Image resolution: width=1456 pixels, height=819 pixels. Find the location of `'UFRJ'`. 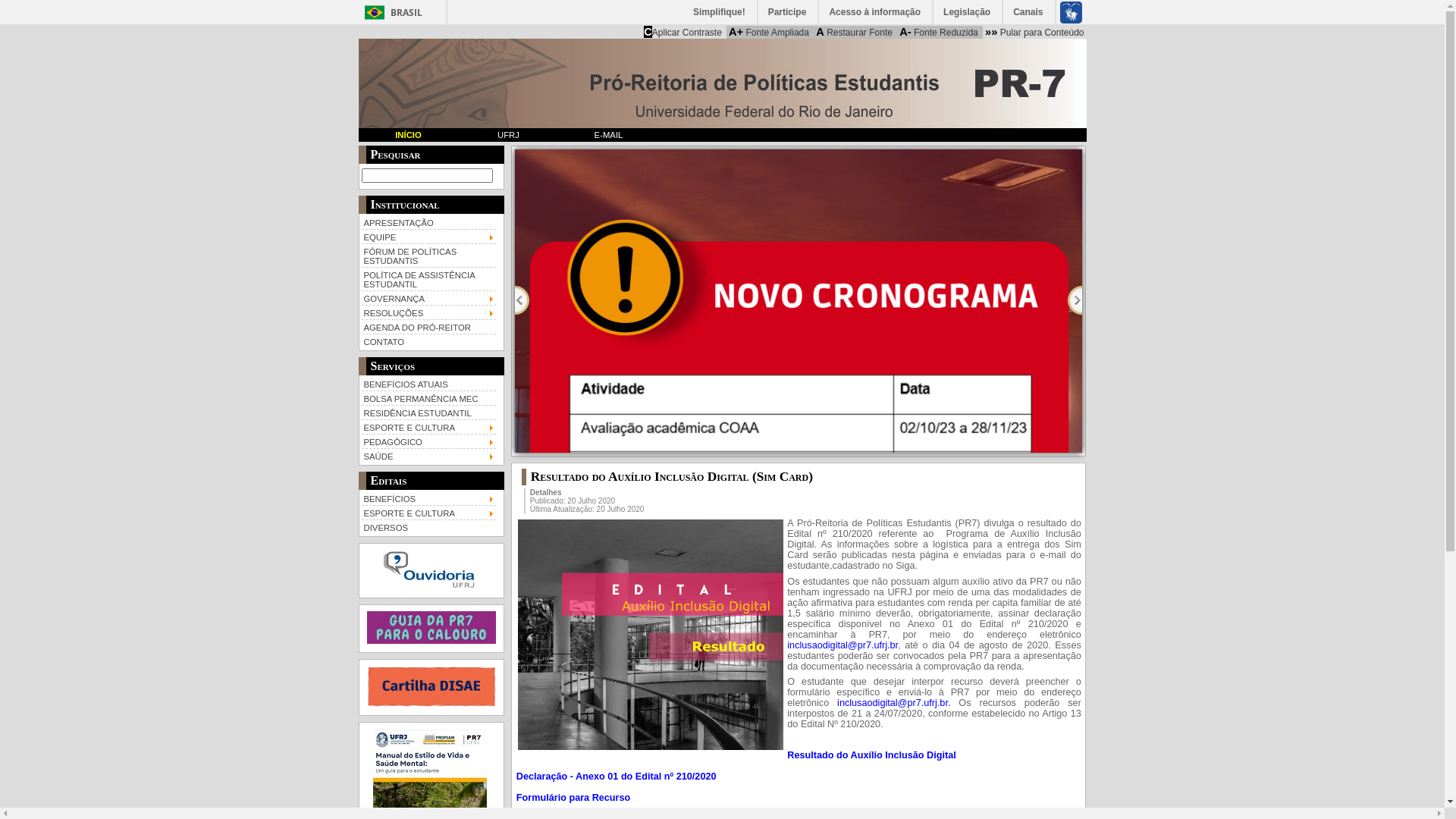

'UFRJ' is located at coordinates (457, 133).